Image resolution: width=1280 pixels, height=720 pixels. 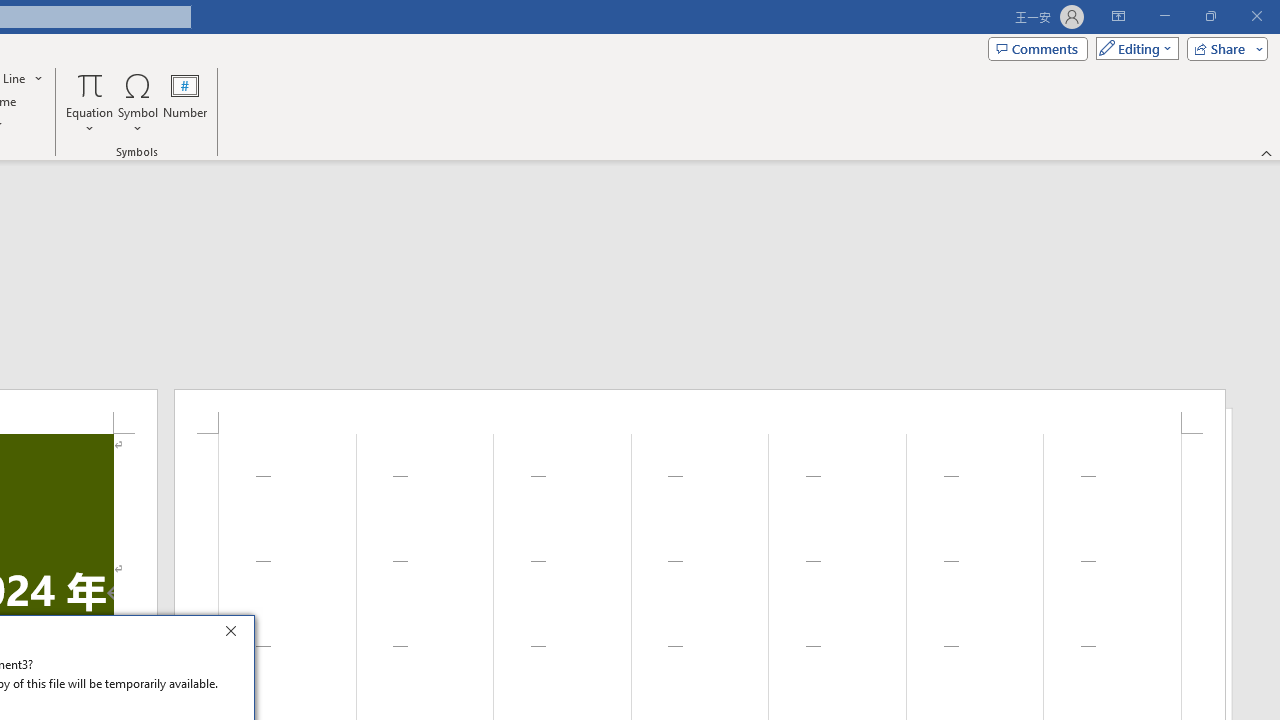 I want to click on 'Symbol', so click(x=137, y=103).